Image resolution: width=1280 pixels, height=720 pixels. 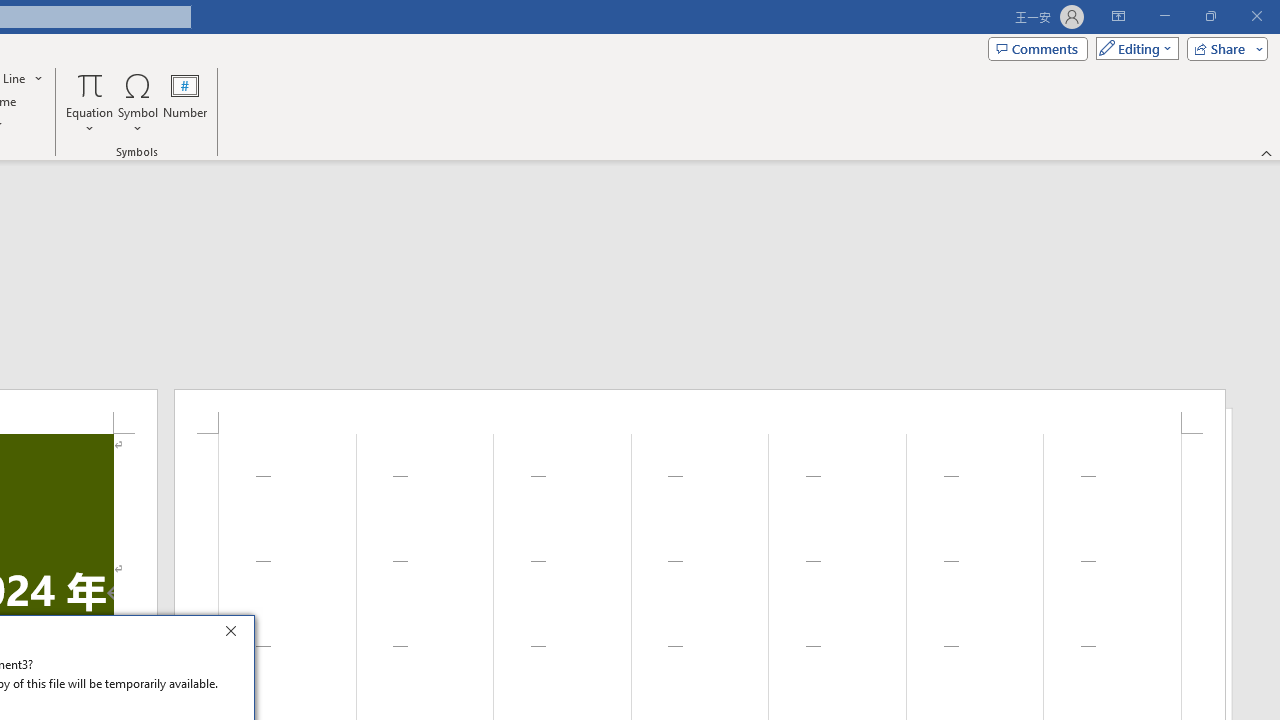 I want to click on 'Symbol', so click(x=137, y=103).